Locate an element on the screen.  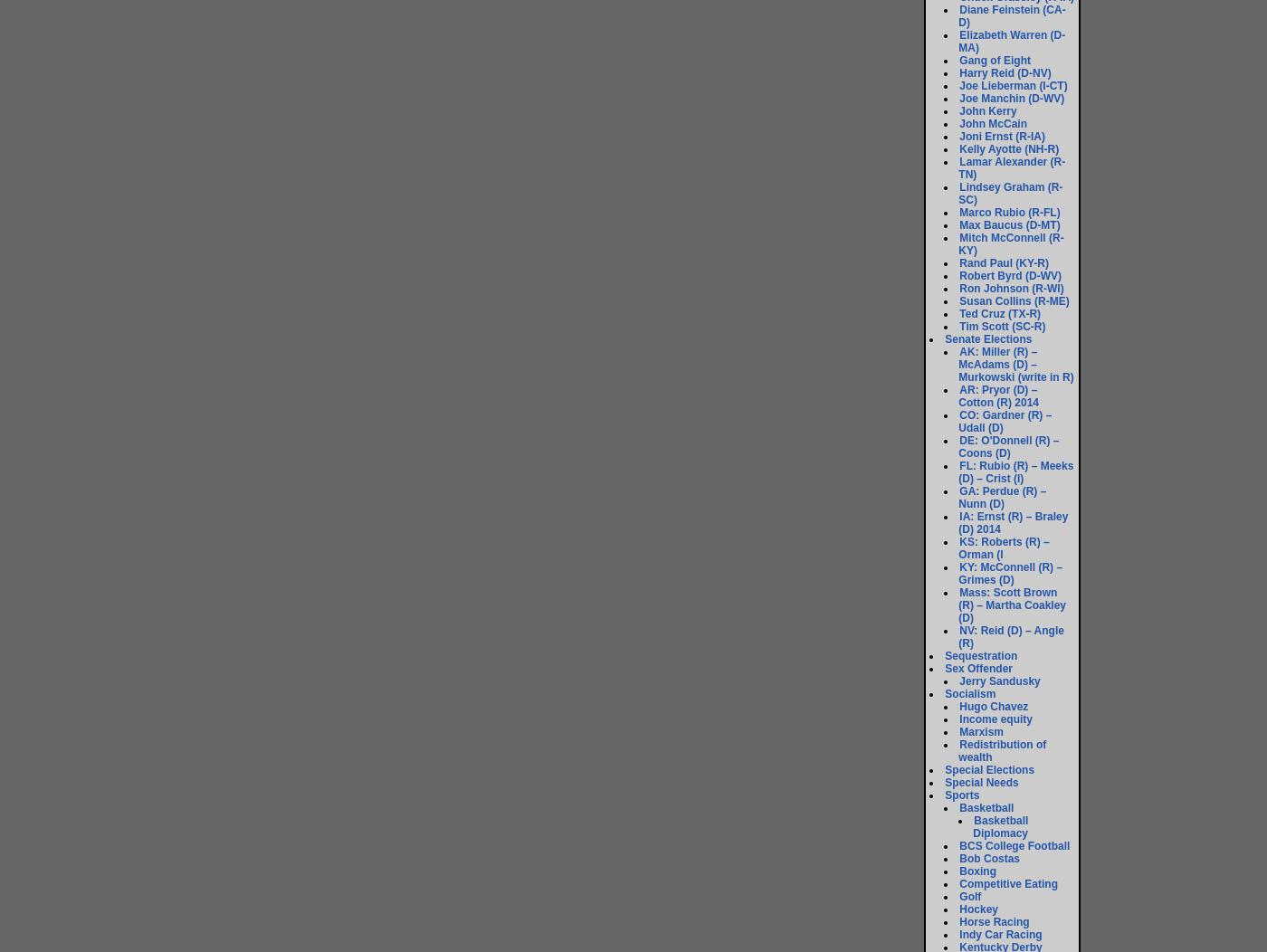
'Gang of Eight' is located at coordinates (995, 60).